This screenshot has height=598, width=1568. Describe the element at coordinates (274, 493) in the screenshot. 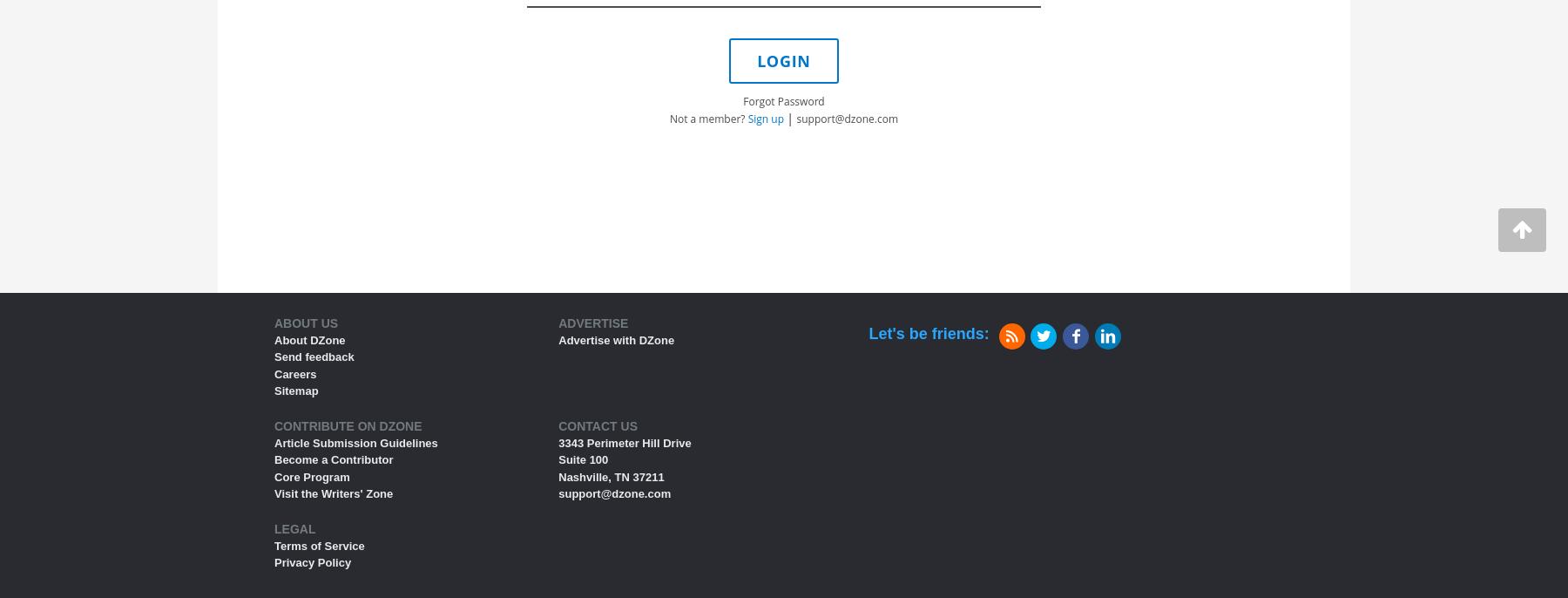

I see `'Visit the Writers' Zone'` at that location.